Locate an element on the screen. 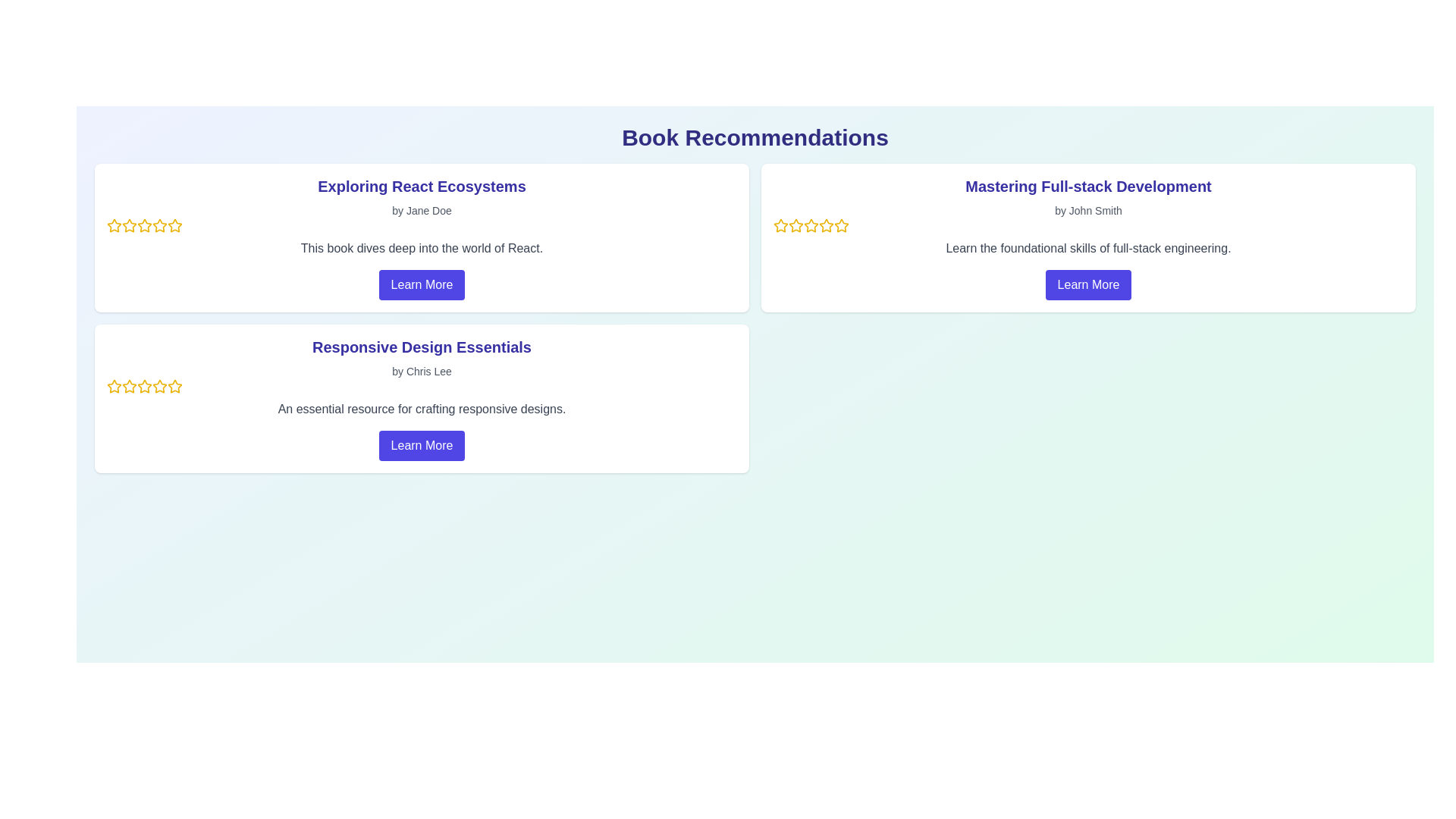  the first rating star in the five-point rating system for 'Exploring React Ecosystems' is located at coordinates (113, 225).